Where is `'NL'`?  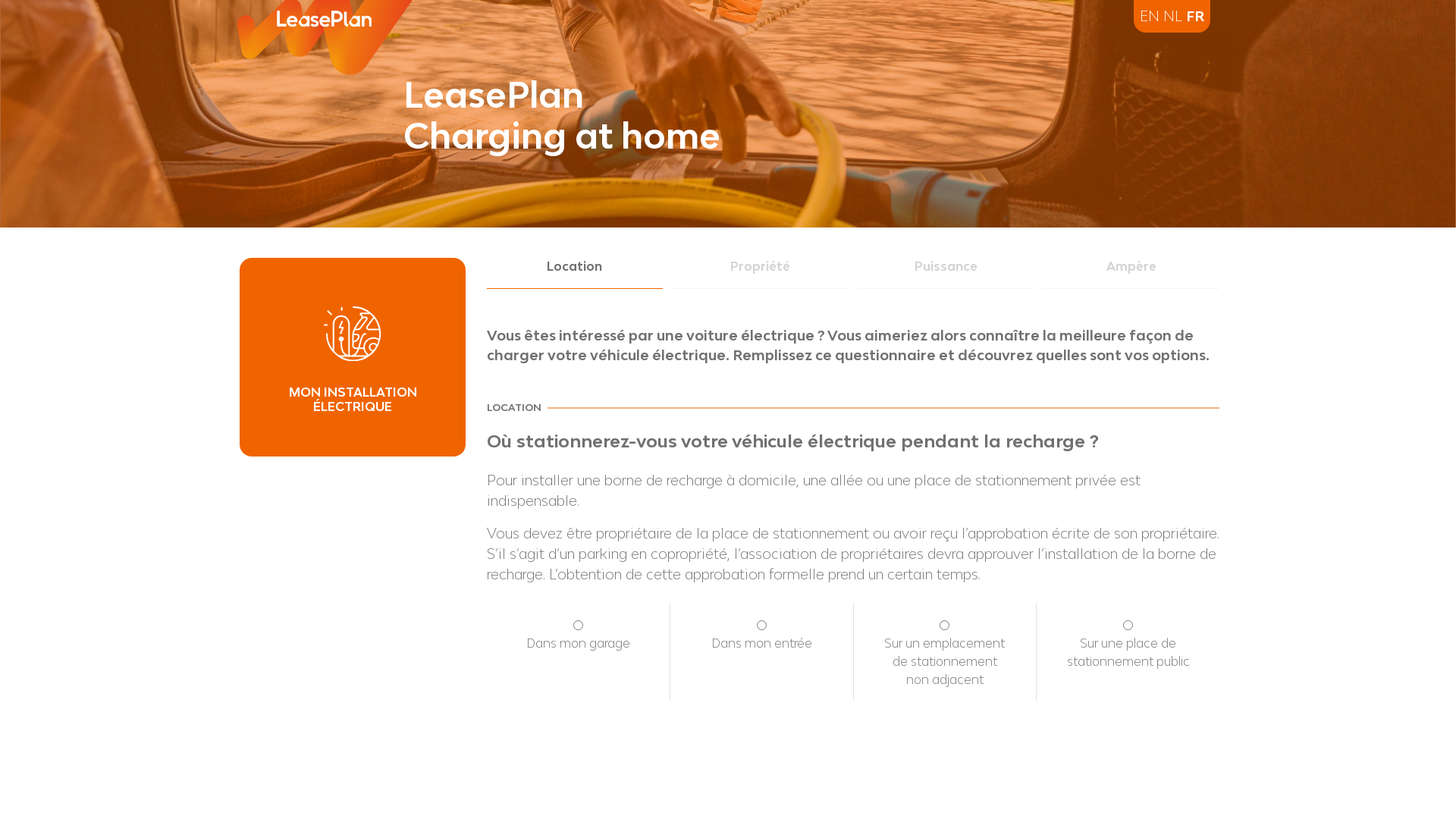 'NL' is located at coordinates (1163, 15).